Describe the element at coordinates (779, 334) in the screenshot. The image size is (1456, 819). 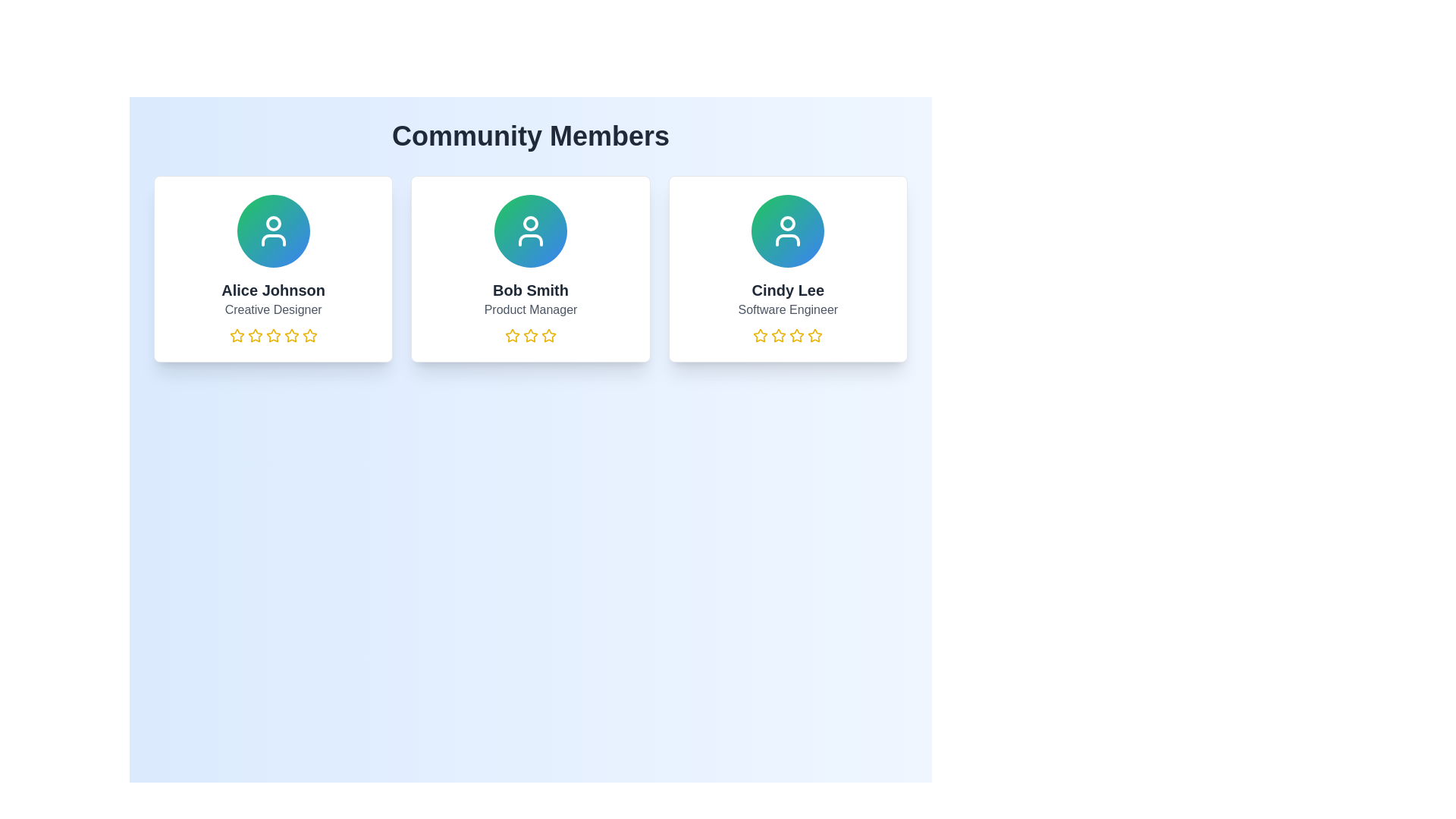
I see `the second star icon` at that location.